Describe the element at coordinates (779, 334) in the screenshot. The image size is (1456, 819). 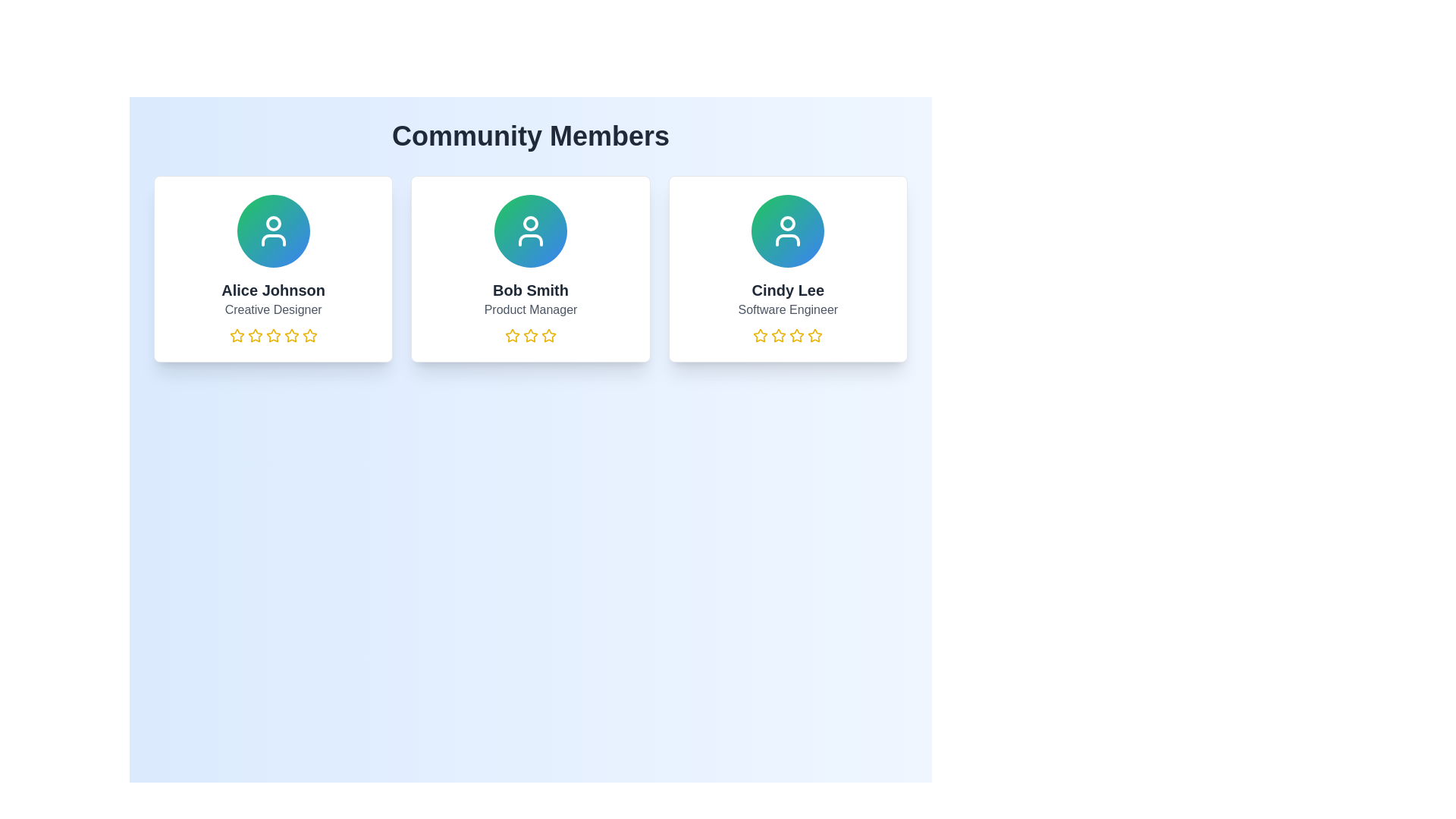
I see `the second star icon` at that location.